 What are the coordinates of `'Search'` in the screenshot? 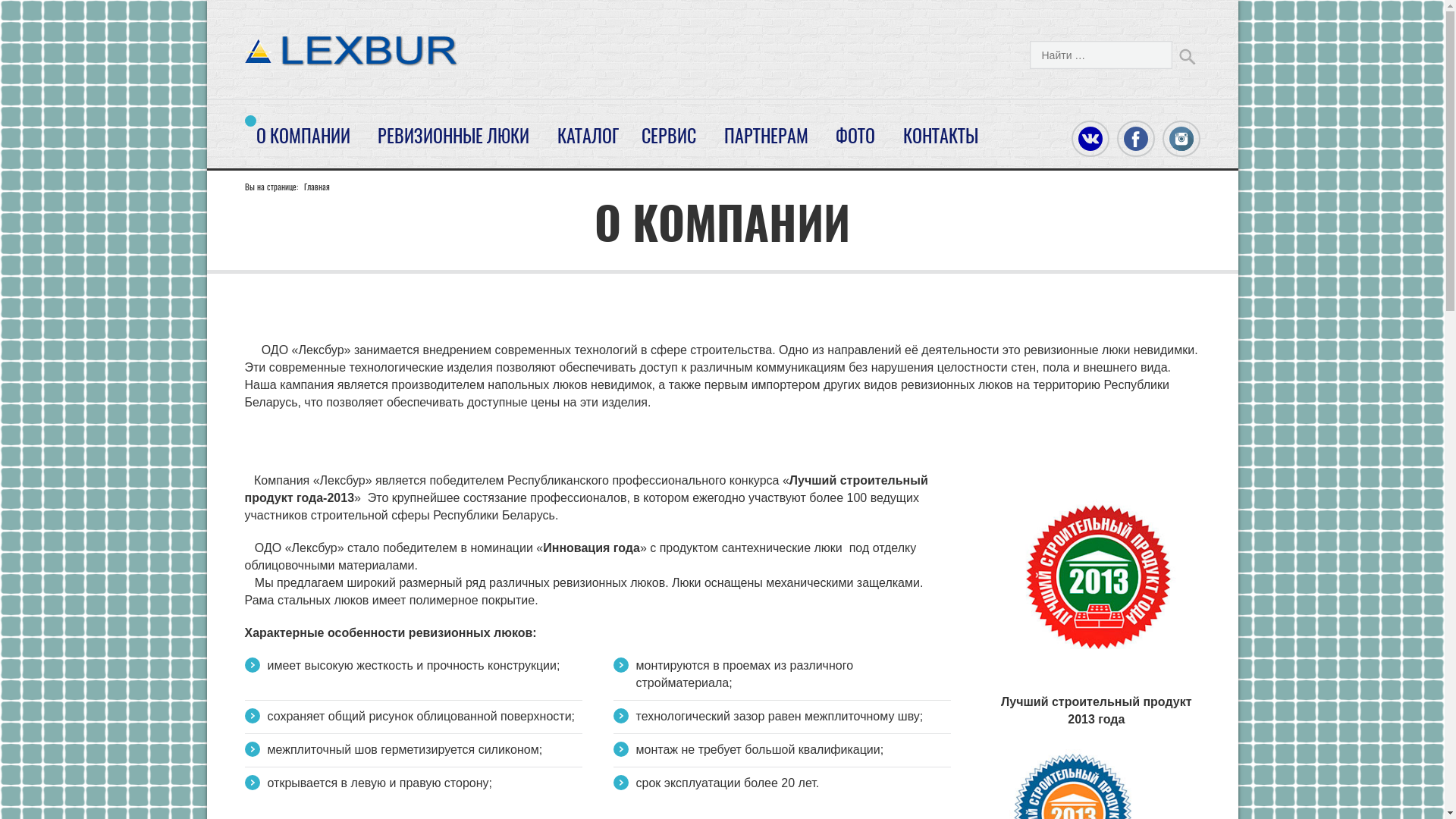 It's located at (1185, 55).